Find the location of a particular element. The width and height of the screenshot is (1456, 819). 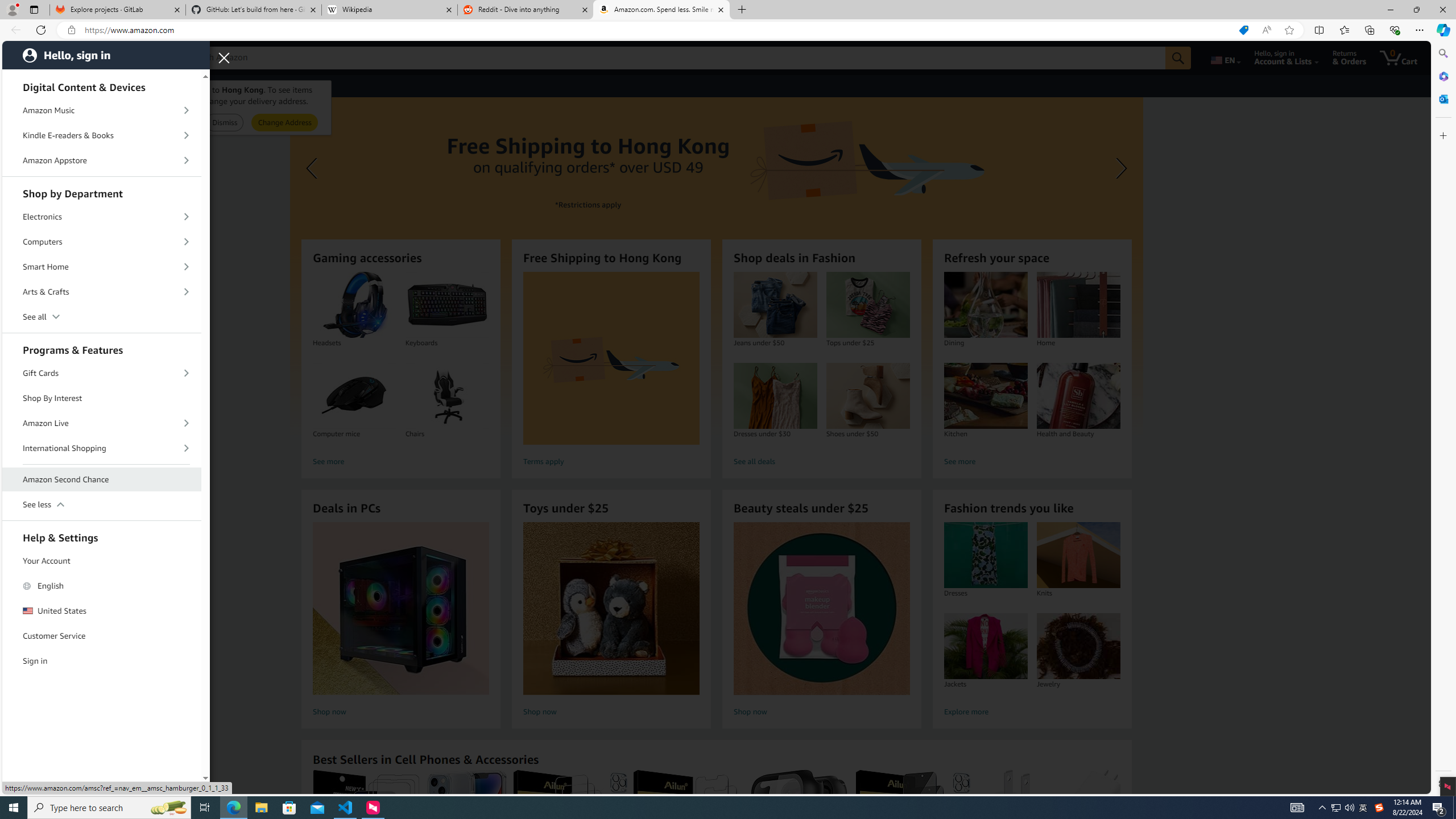

'Amazon.com. Spend less. Smile more.' is located at coordinates (660, 9).